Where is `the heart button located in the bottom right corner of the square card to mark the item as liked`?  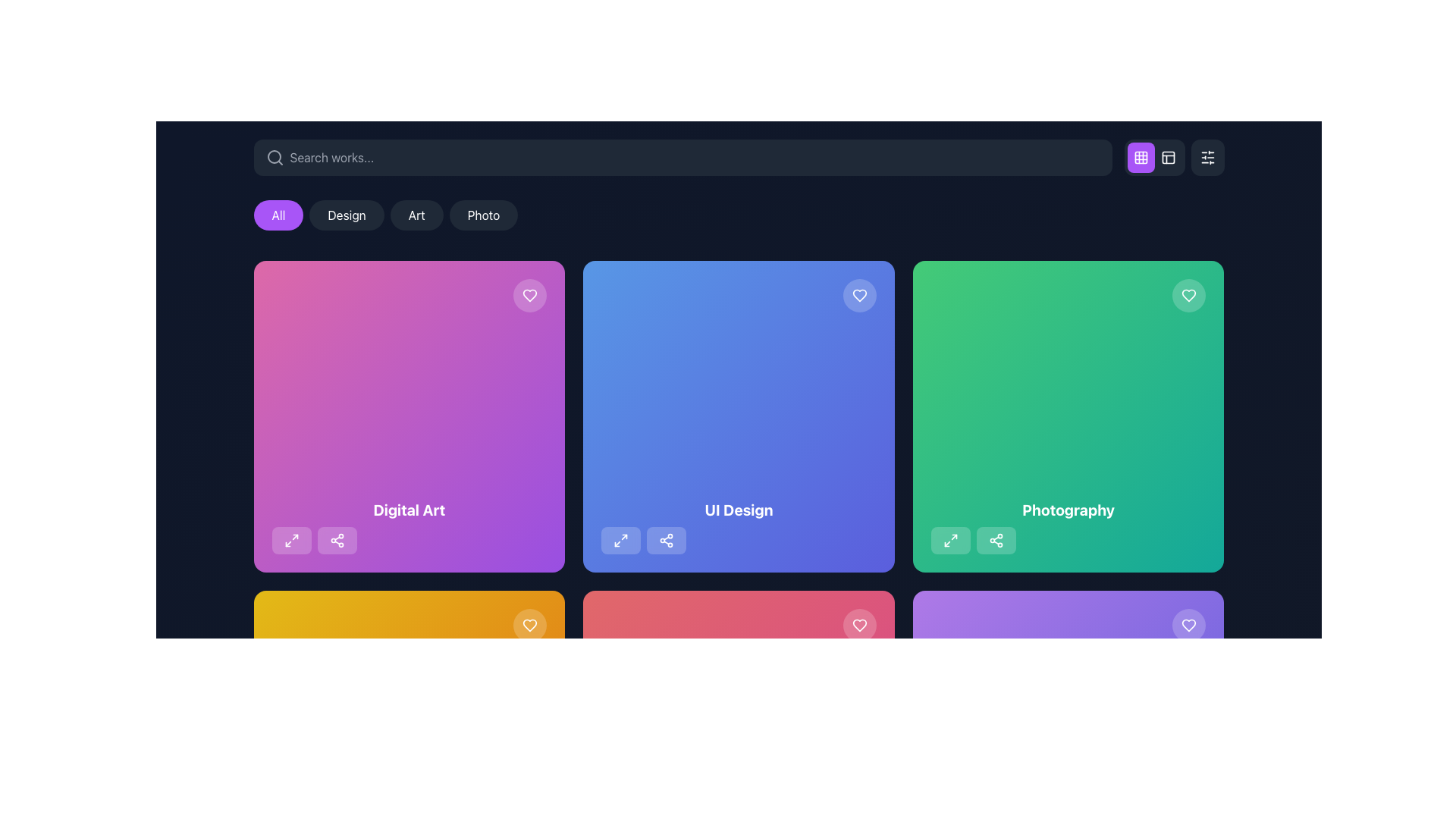 the heart button located in the bottom right corner of the square card to mark the item as liked is located at coordinates (1188, 625).